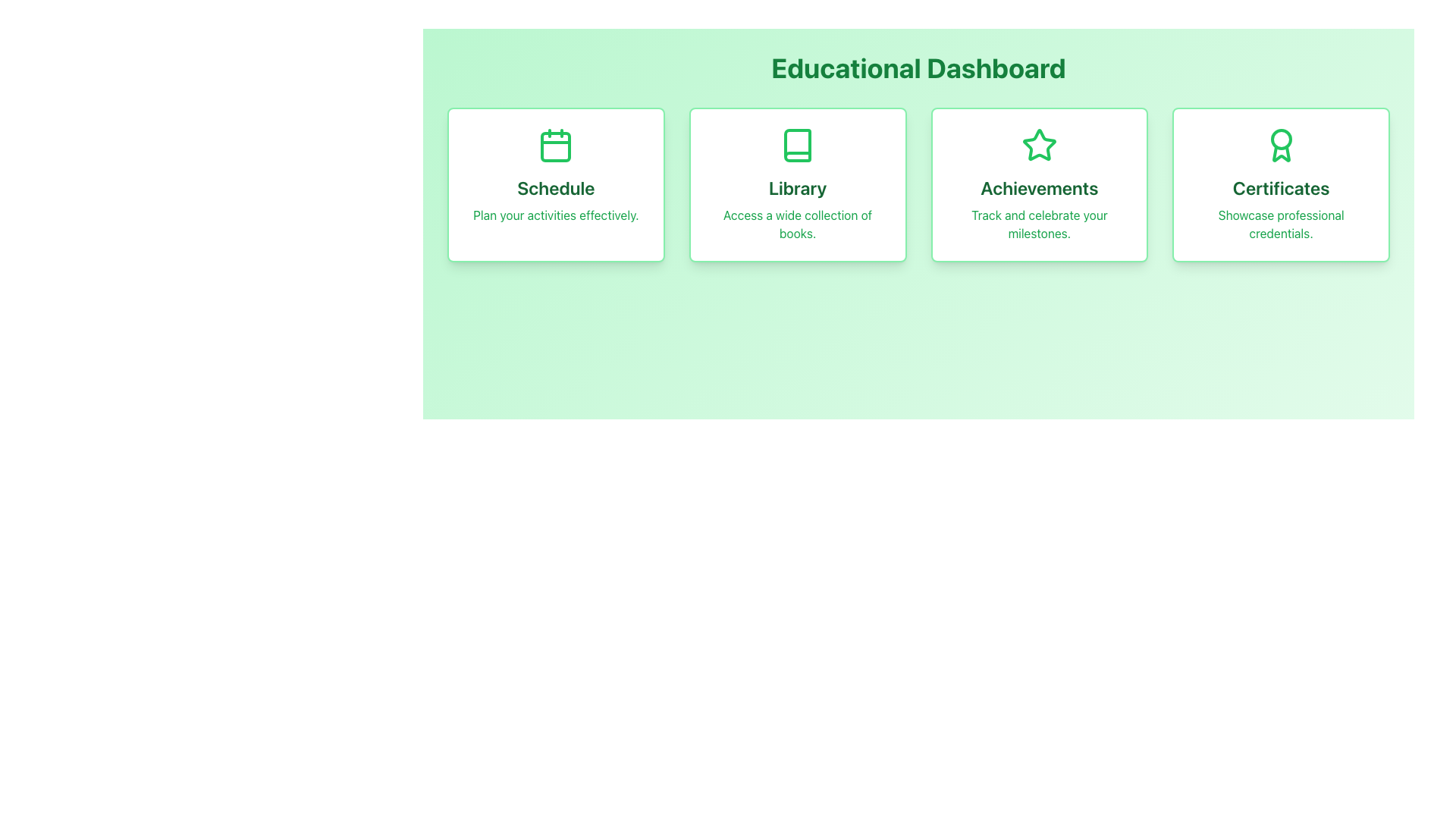  I want to click on the static text element that serves as the title for the 'Certificates' section, located in the fourth panel of the dashboard, so click(1280, 187).